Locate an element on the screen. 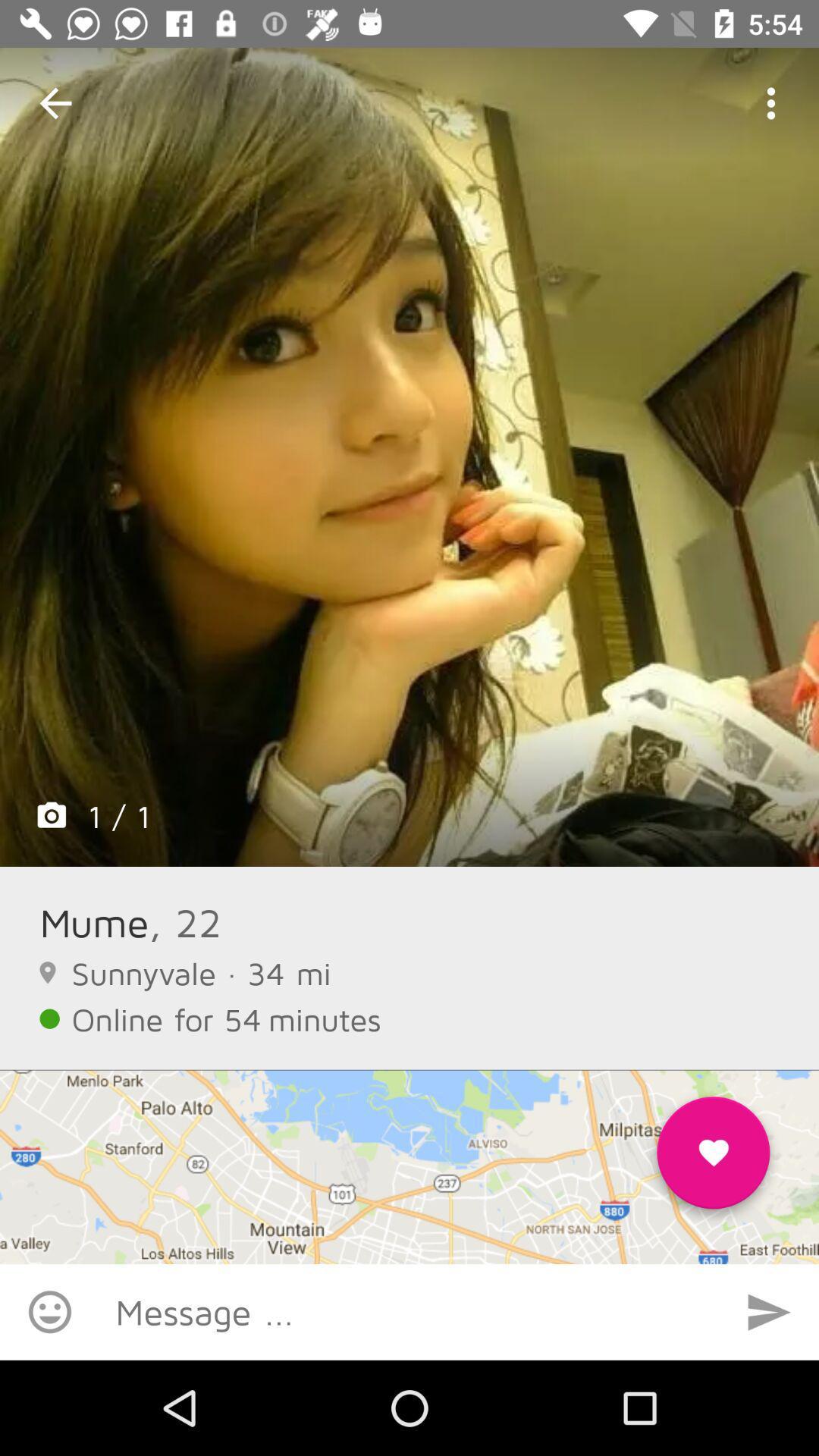 Image resolution: width=819 pixels, height=1456 pixels. the item at the top left corner is located at coordinates (55, 102).